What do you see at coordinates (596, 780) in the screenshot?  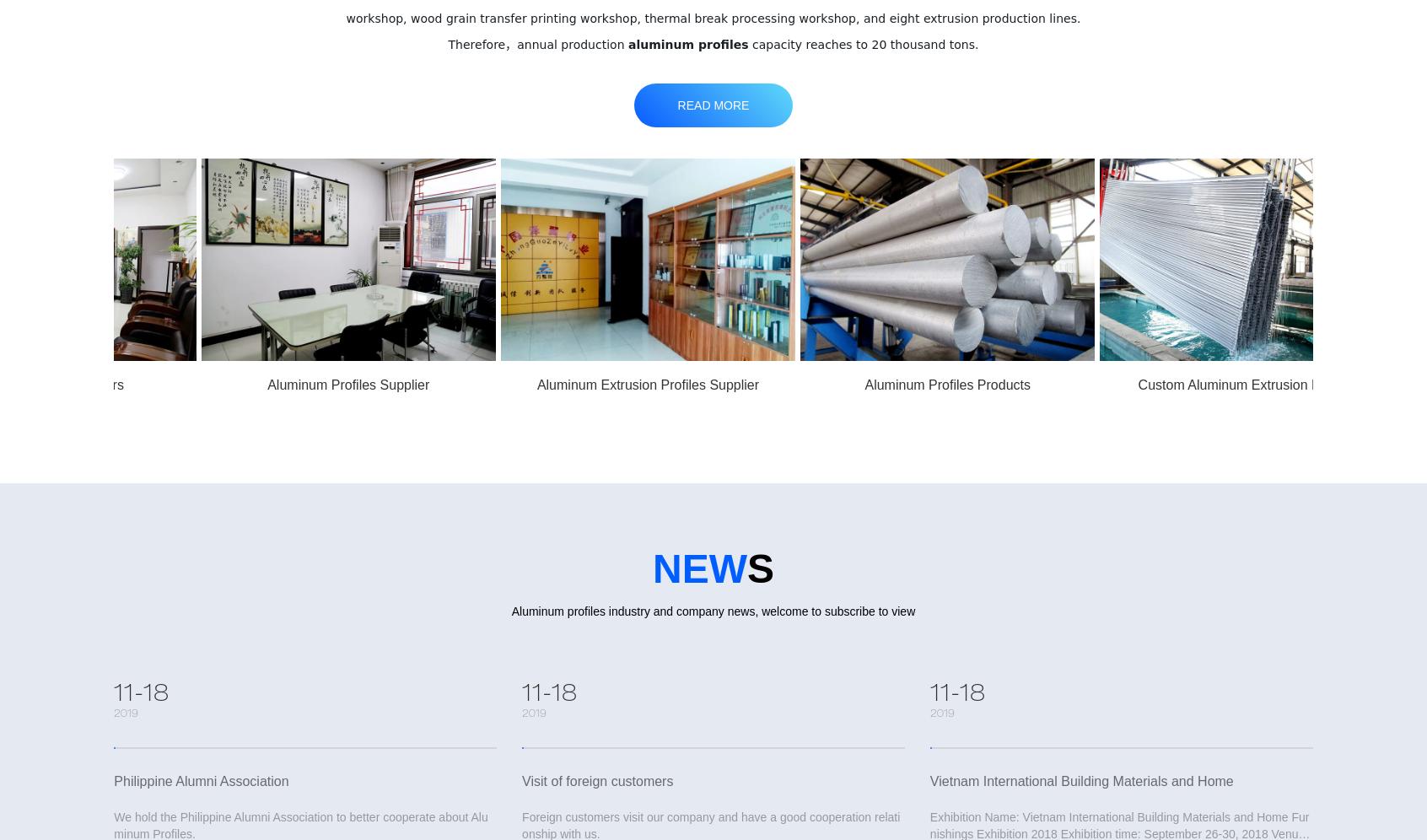 I see `'Visit of foreign customers'` at bounding box center [596, 780].